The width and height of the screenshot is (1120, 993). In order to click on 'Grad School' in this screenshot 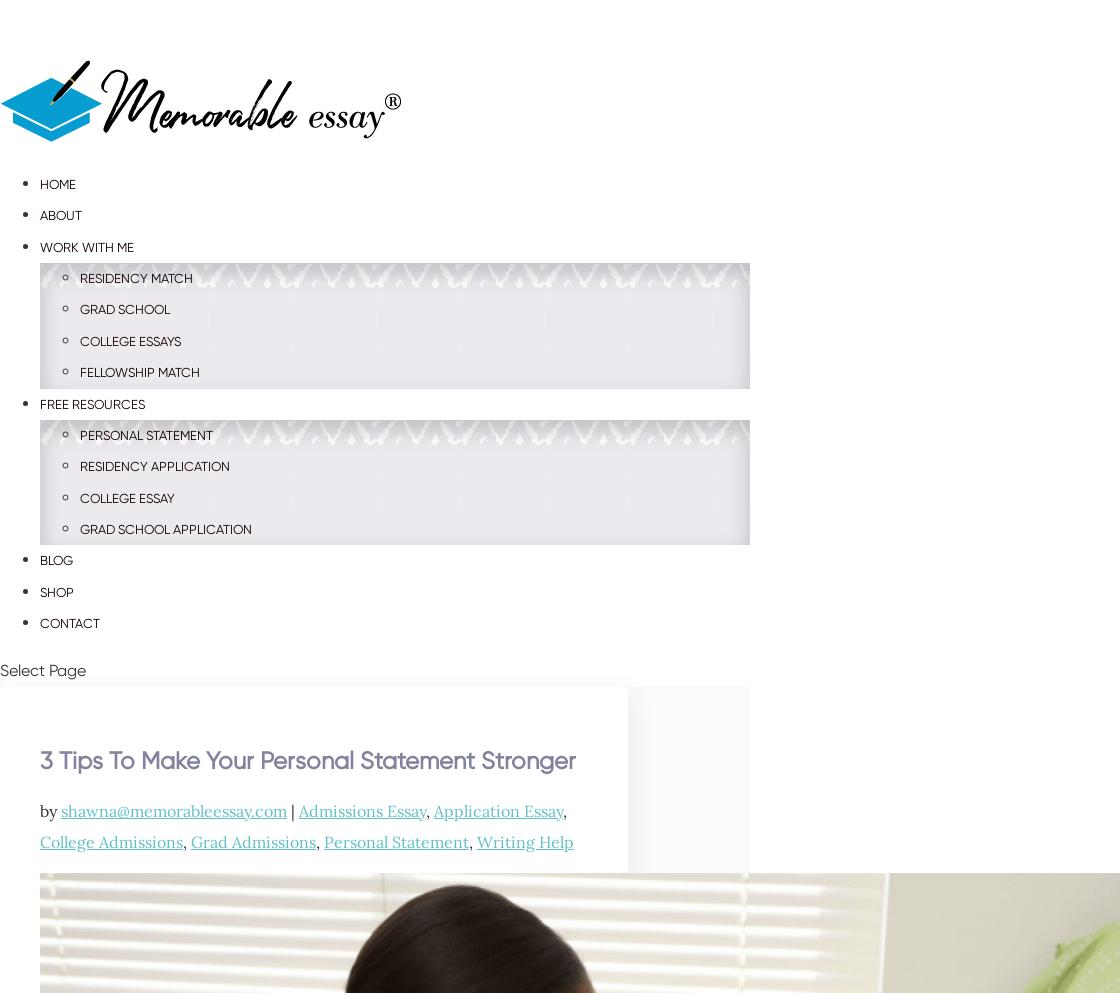, I will do `click(124, 308)`.